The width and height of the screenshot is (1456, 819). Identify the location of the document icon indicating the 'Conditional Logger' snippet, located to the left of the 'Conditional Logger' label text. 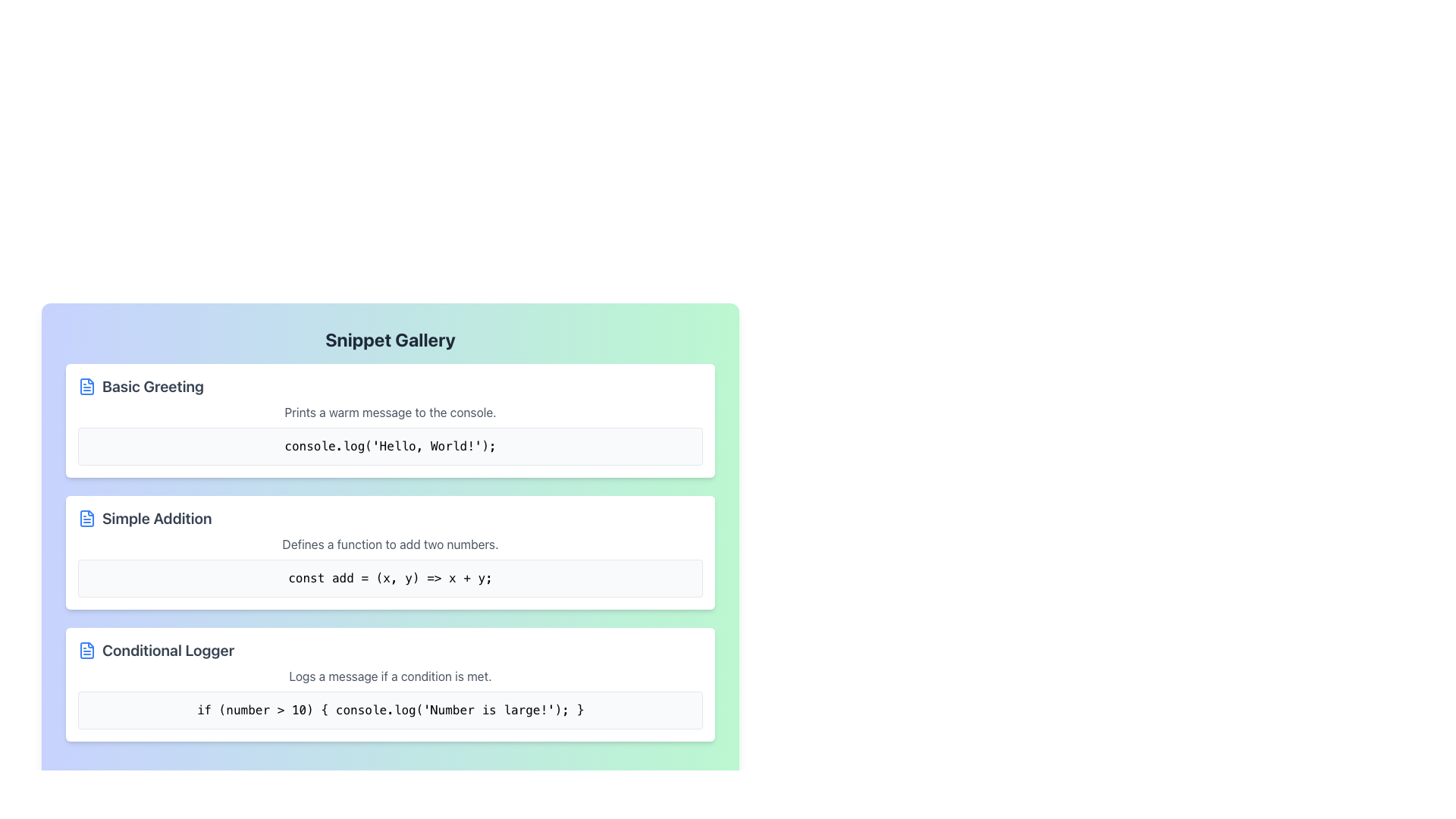
(86, 649).